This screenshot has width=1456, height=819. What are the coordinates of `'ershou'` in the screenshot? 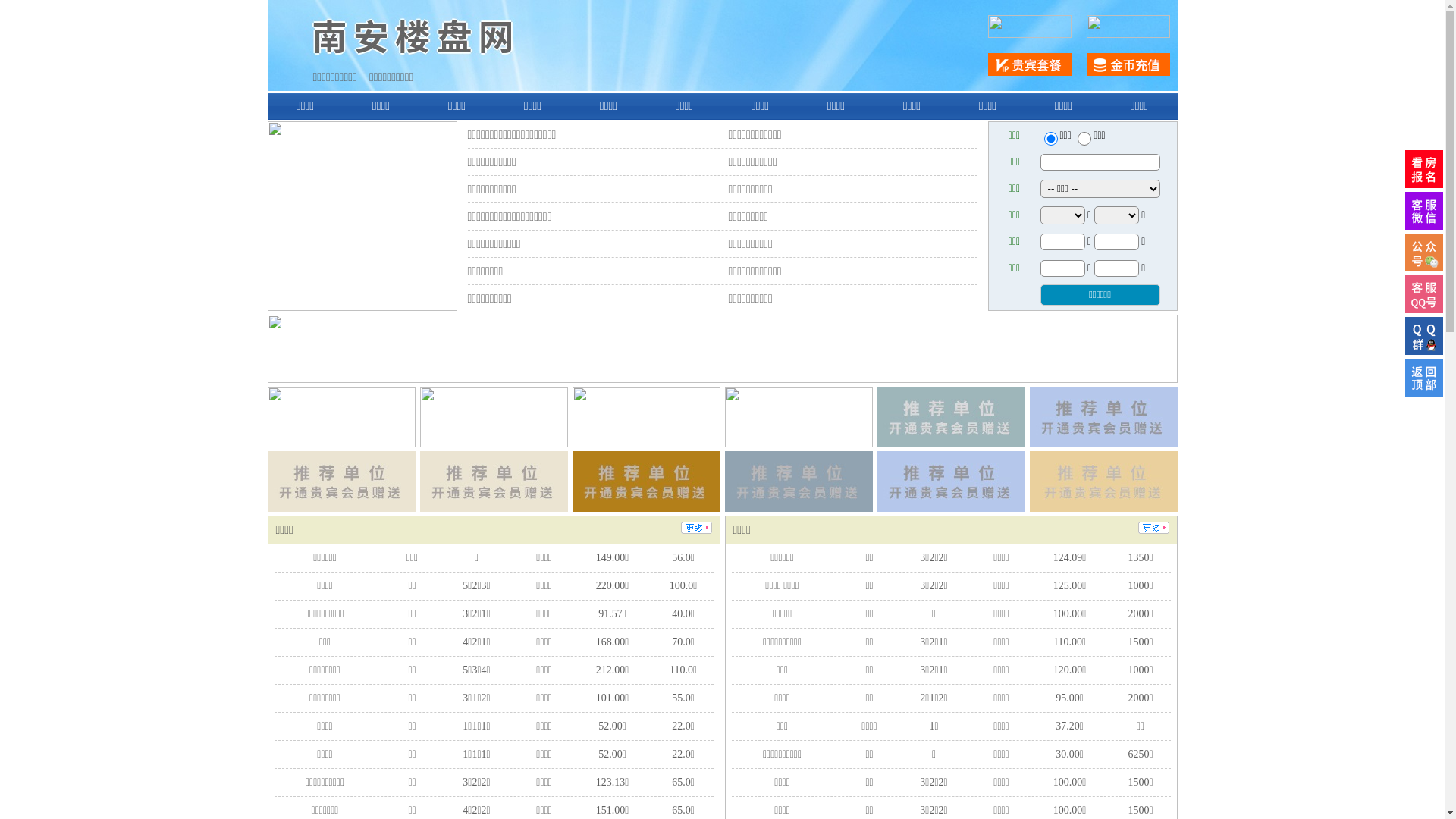 It's located at (1050, 138).